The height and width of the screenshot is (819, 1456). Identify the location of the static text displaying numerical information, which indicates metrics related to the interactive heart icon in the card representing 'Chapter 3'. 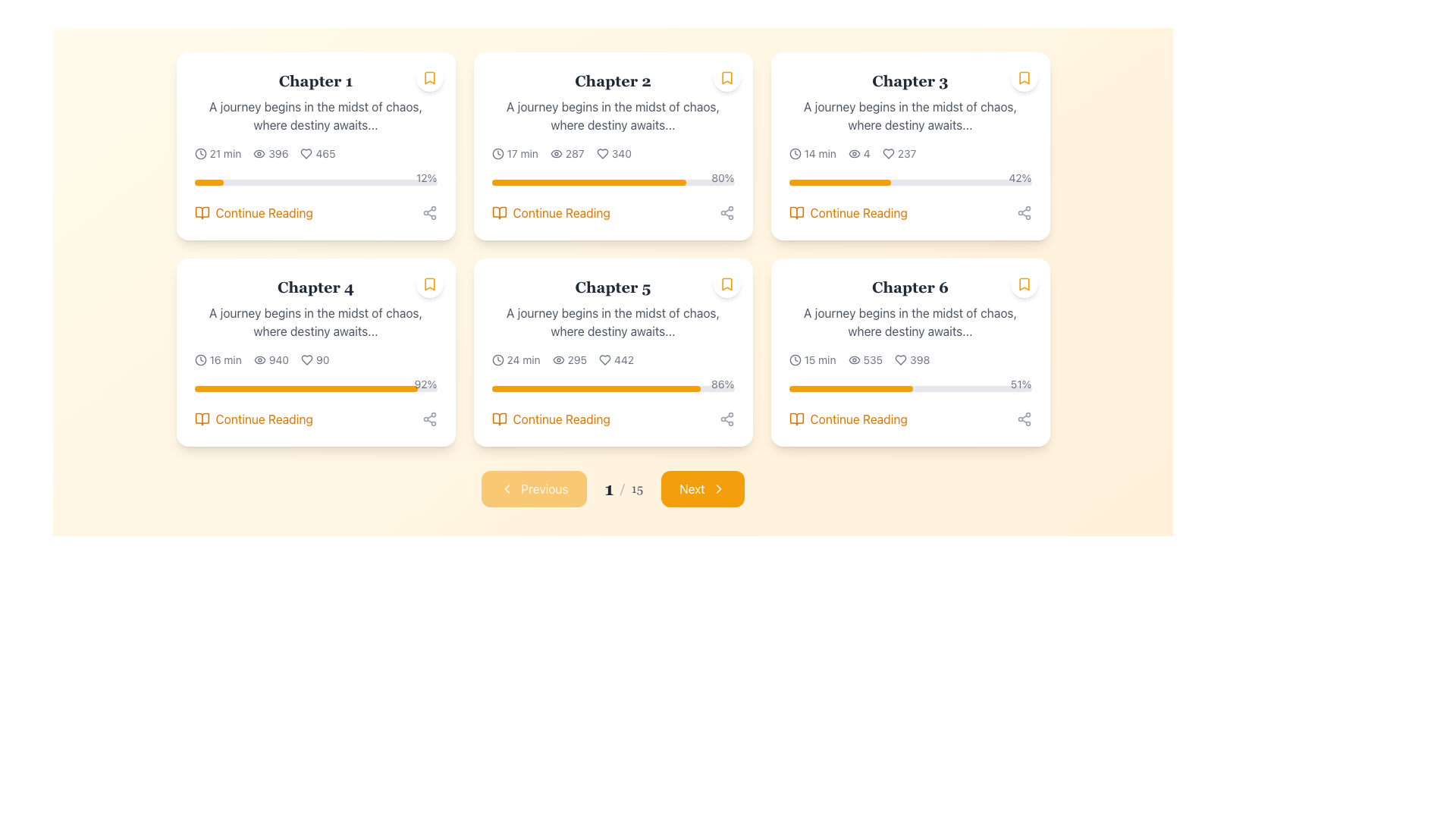
(907, 154).